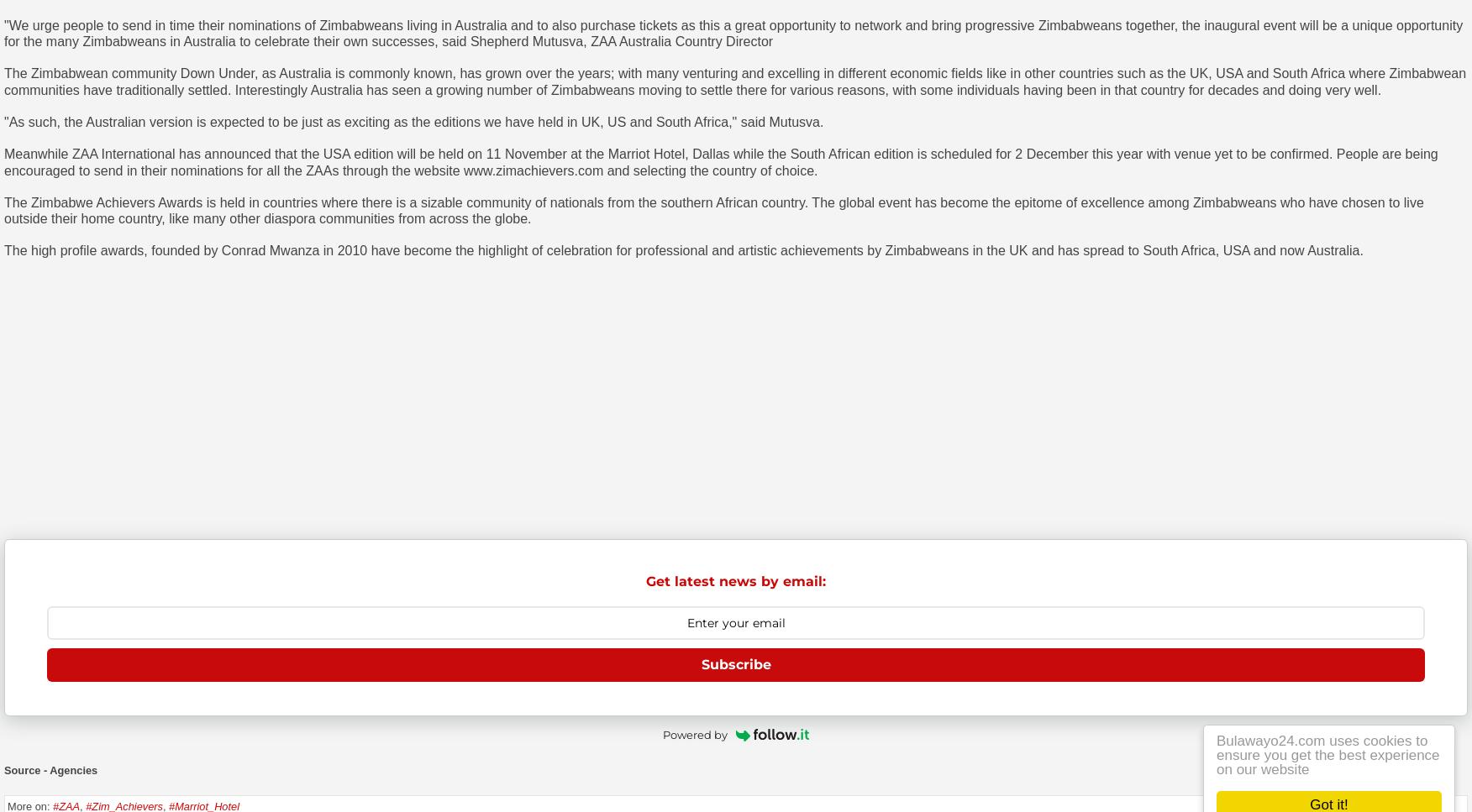 The width and height of the screenshot is (1472, 812). What do you see at coordinates (50, 770) in the screenshot?
I see `'Source - Agencies'` at bounding box center [50, 770].